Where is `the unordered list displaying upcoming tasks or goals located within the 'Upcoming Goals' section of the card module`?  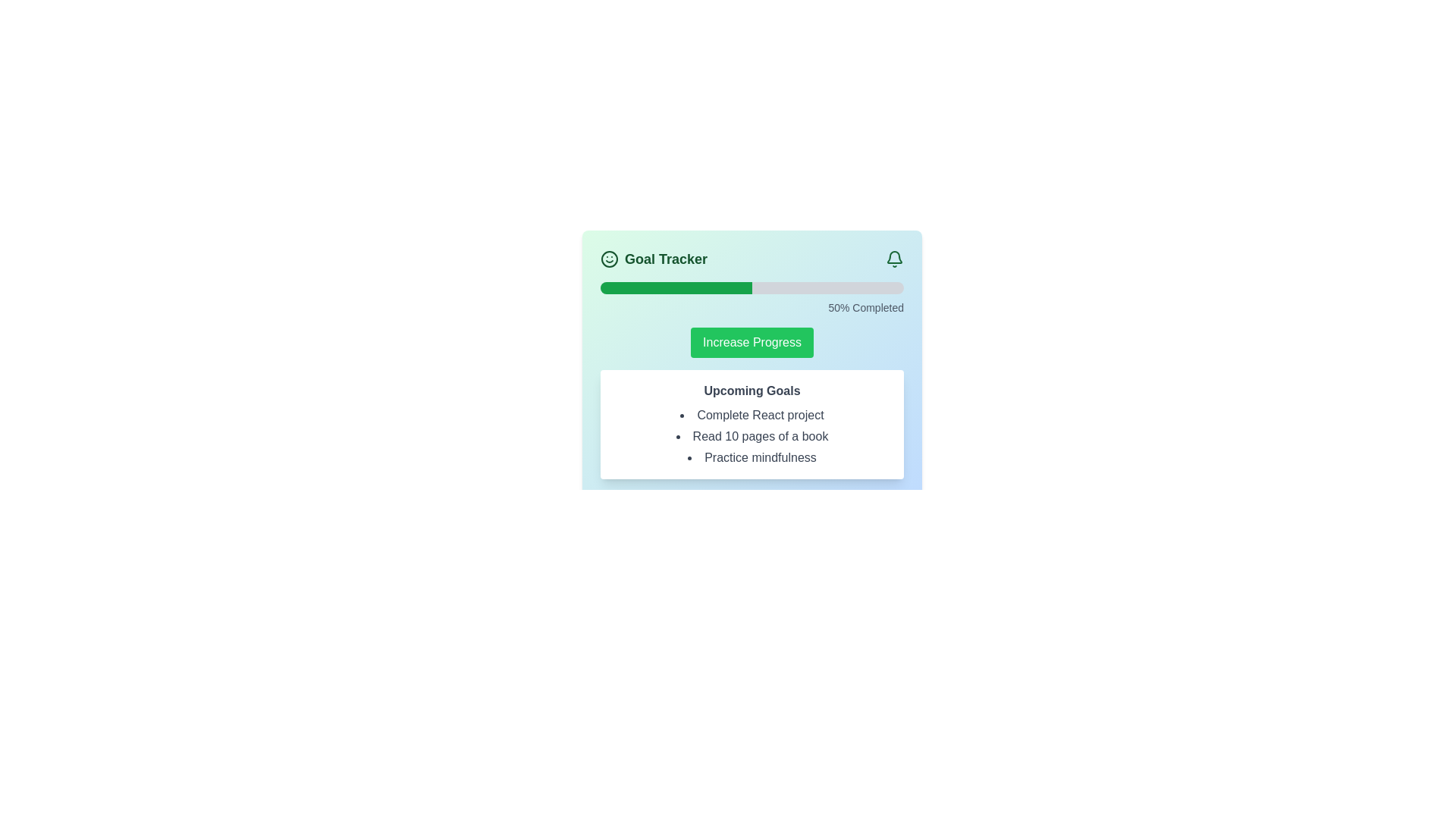
the unordered list displaying upcoming tasks or goals located within the 'Upcoming Goals' section of the card module is located at coordinates (752, 436).